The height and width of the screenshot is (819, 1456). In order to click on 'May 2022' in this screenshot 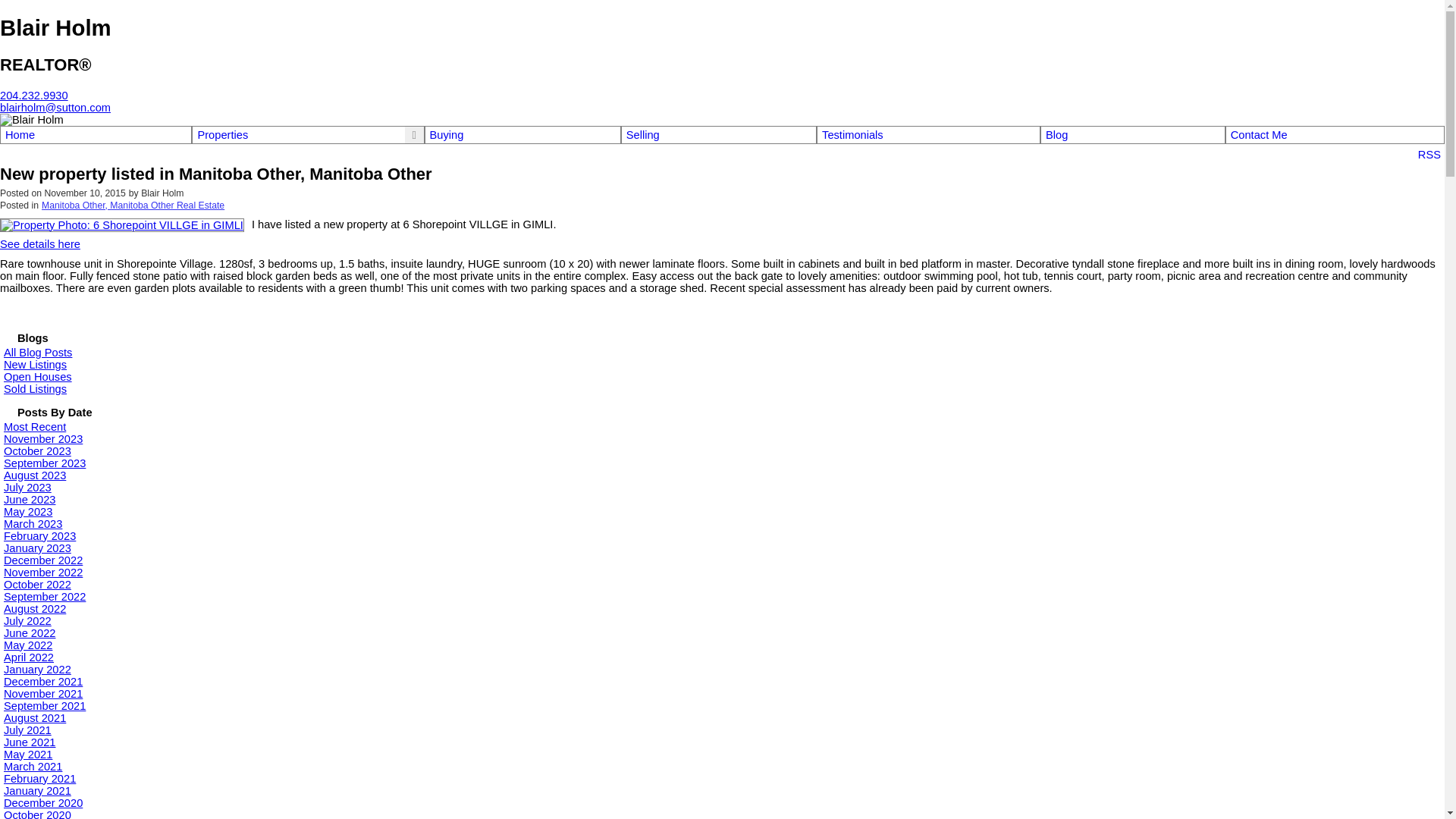, I will do `click(28, 645)`.